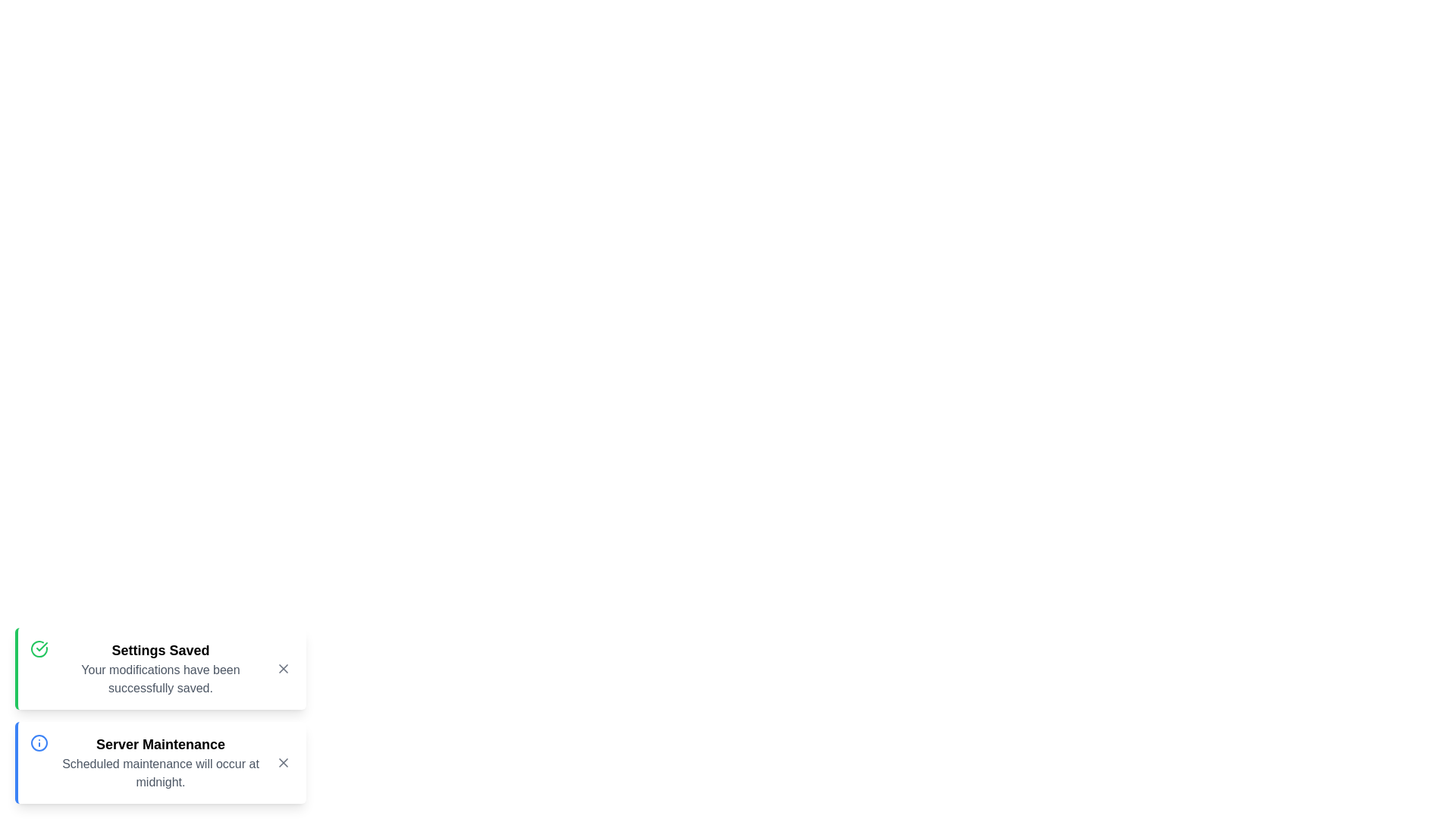 The width and height of the screenshot is (1456, 819). I want to click on the close button of the snackbar notification with title 'Server Maintenance', so click(284, 763).